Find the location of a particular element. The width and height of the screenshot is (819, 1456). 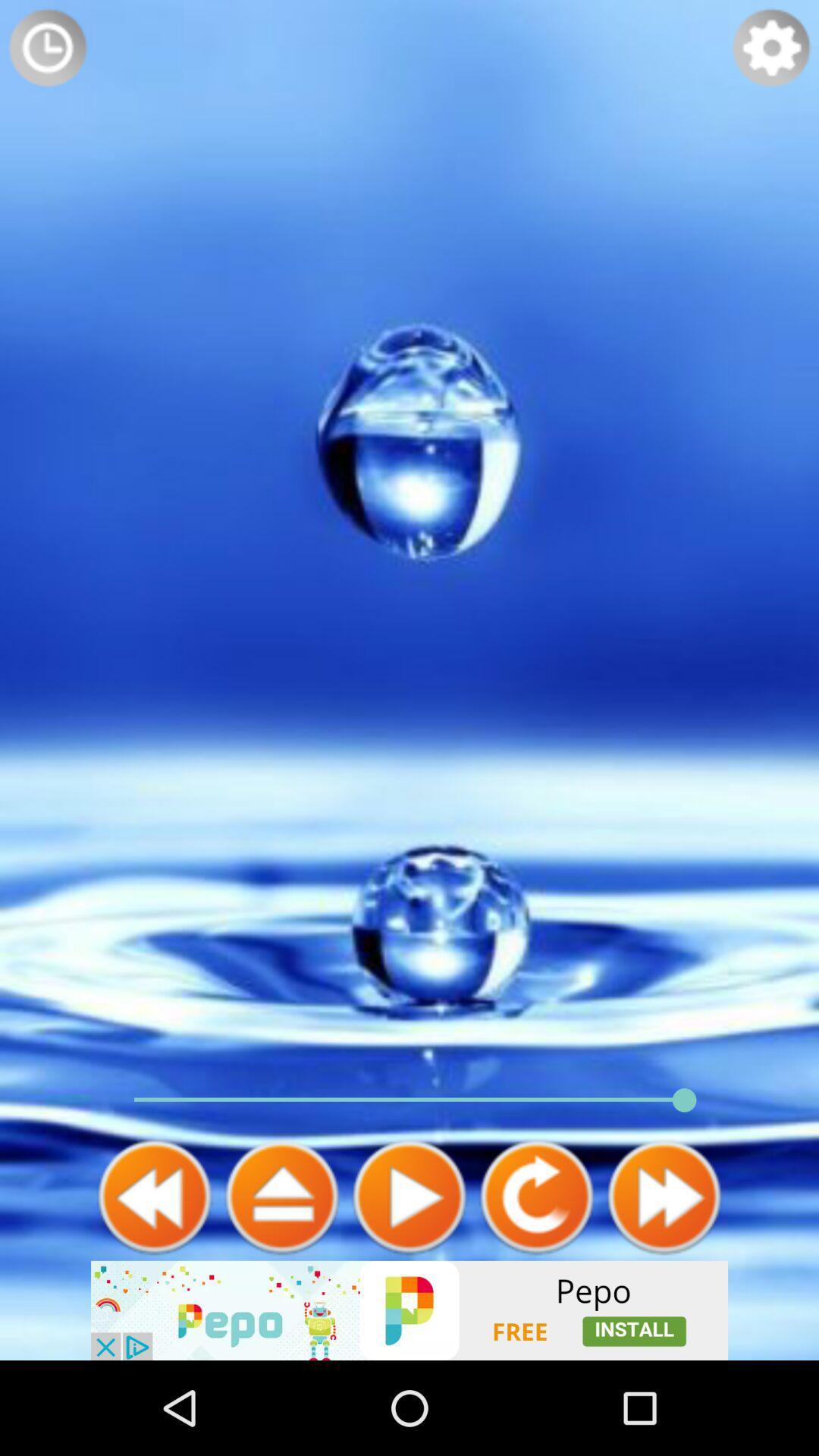

pack page is located at coordinates (155, 1196).